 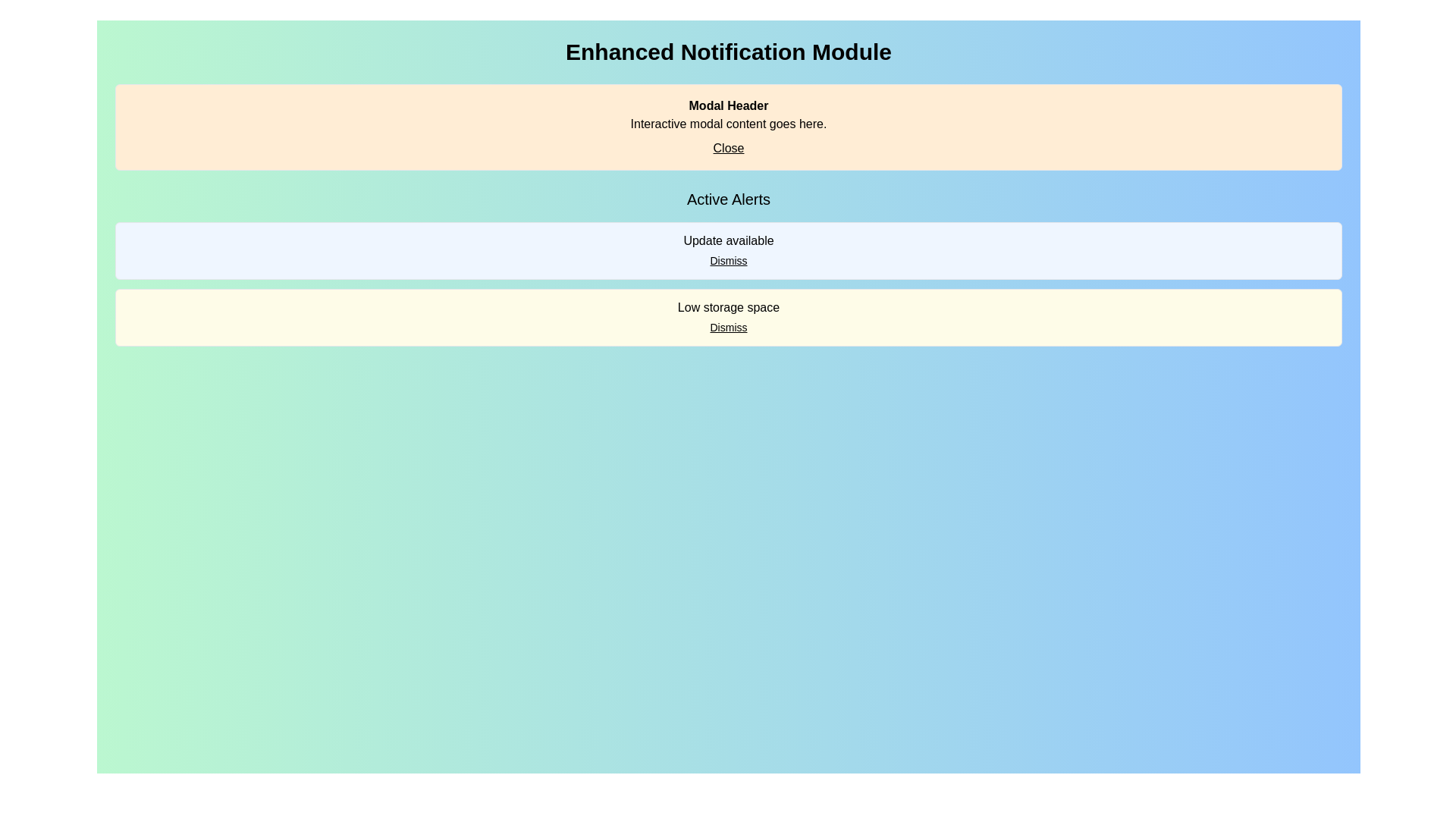 I want to click on the 'Dismiss' link in the Notification card with a light blue background and rounded corners, which contains the message 'Update available', so click(x=728, y=250).